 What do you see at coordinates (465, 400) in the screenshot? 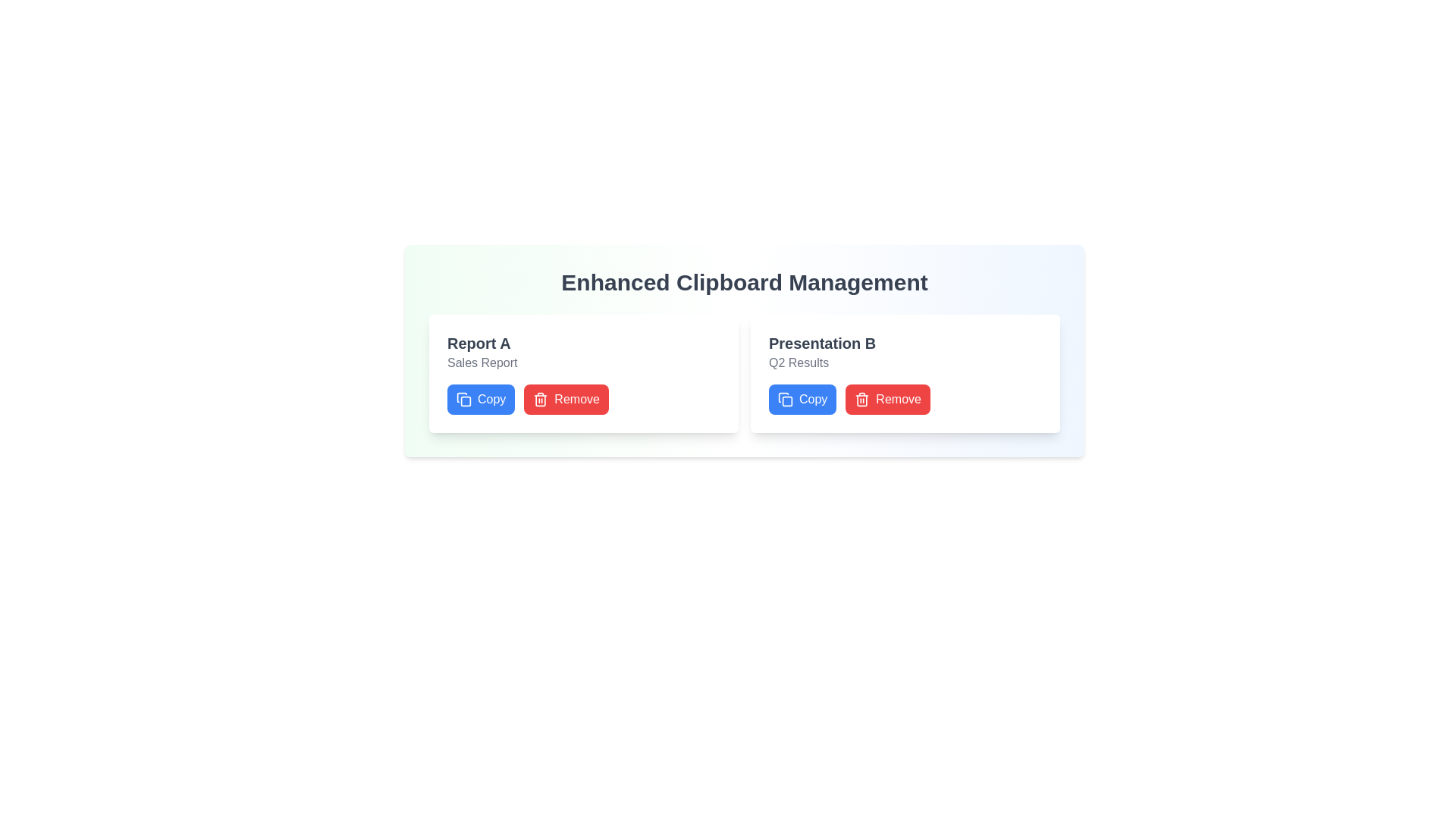
I see `the 'Copy' icon located in the first panel labeled 'Report A'` at bounding box center [465, 400].